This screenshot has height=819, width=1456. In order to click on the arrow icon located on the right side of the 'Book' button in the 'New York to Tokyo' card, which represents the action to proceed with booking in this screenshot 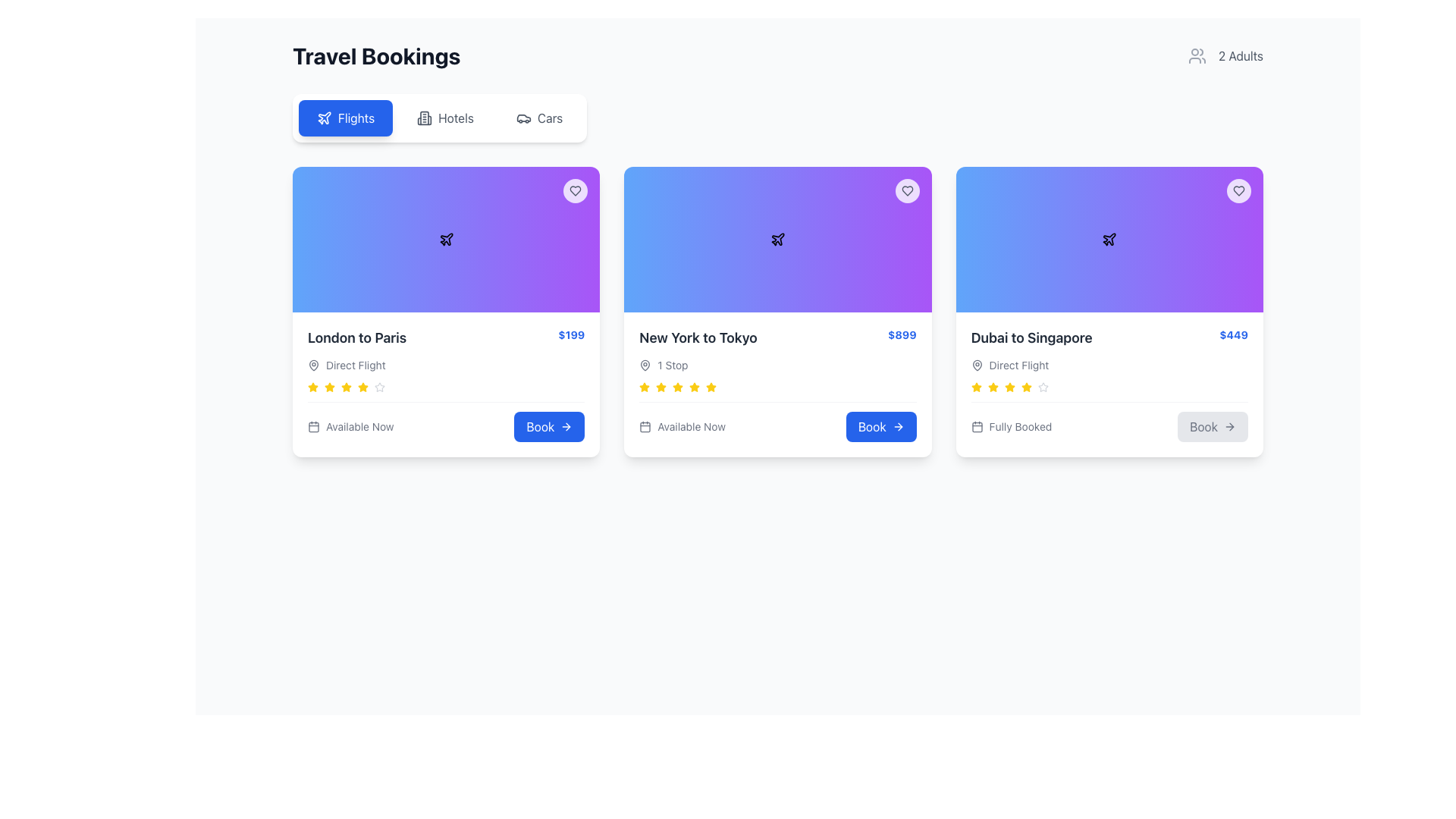, I will do `click(898, 427)`.